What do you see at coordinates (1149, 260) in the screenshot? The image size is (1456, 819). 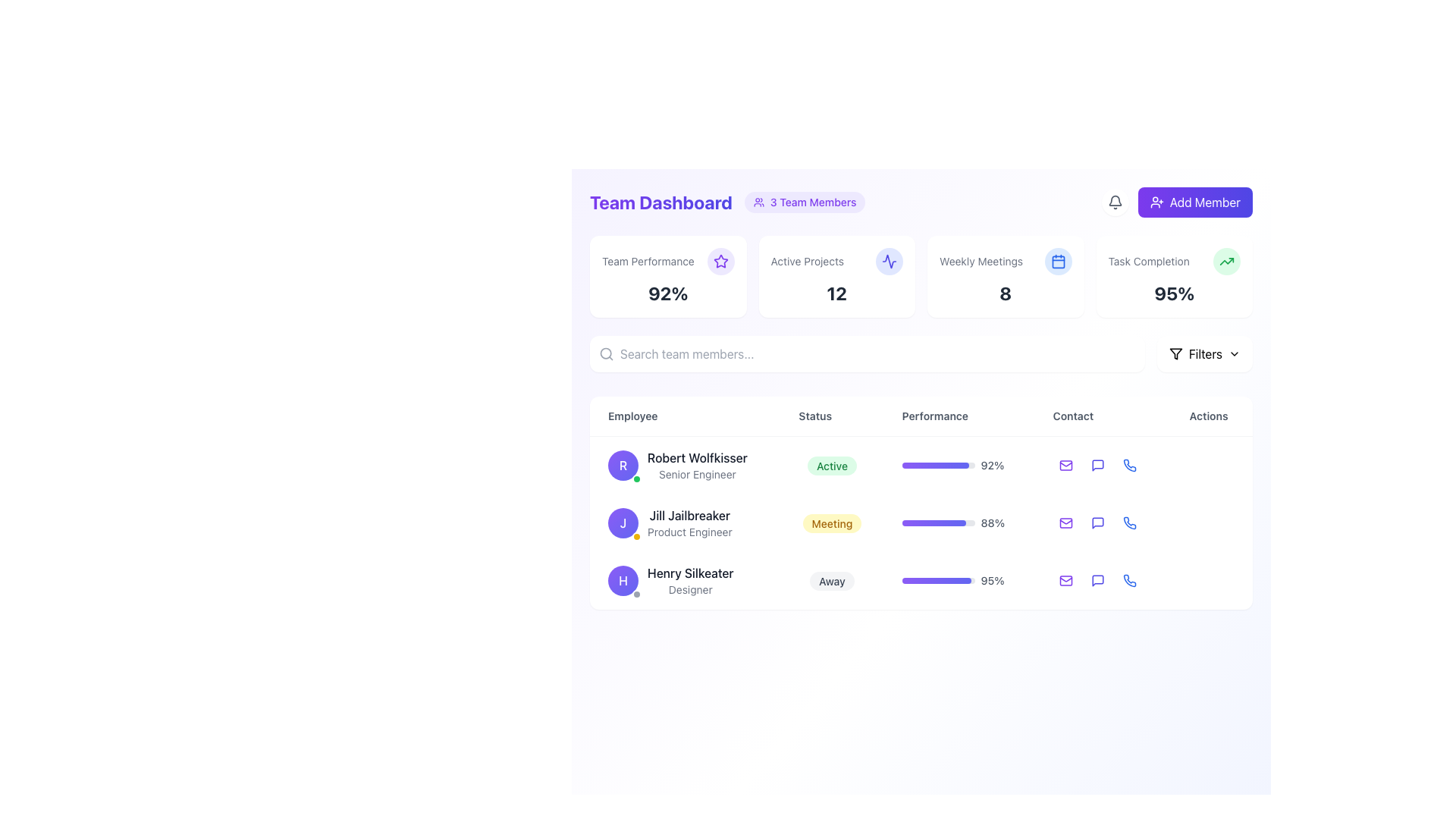 I see `the descriptive text label located in the upper-right section of the interface, which precedes a circular background shape containing an upward trending arrow icon` at bounding box center [1149, 260].